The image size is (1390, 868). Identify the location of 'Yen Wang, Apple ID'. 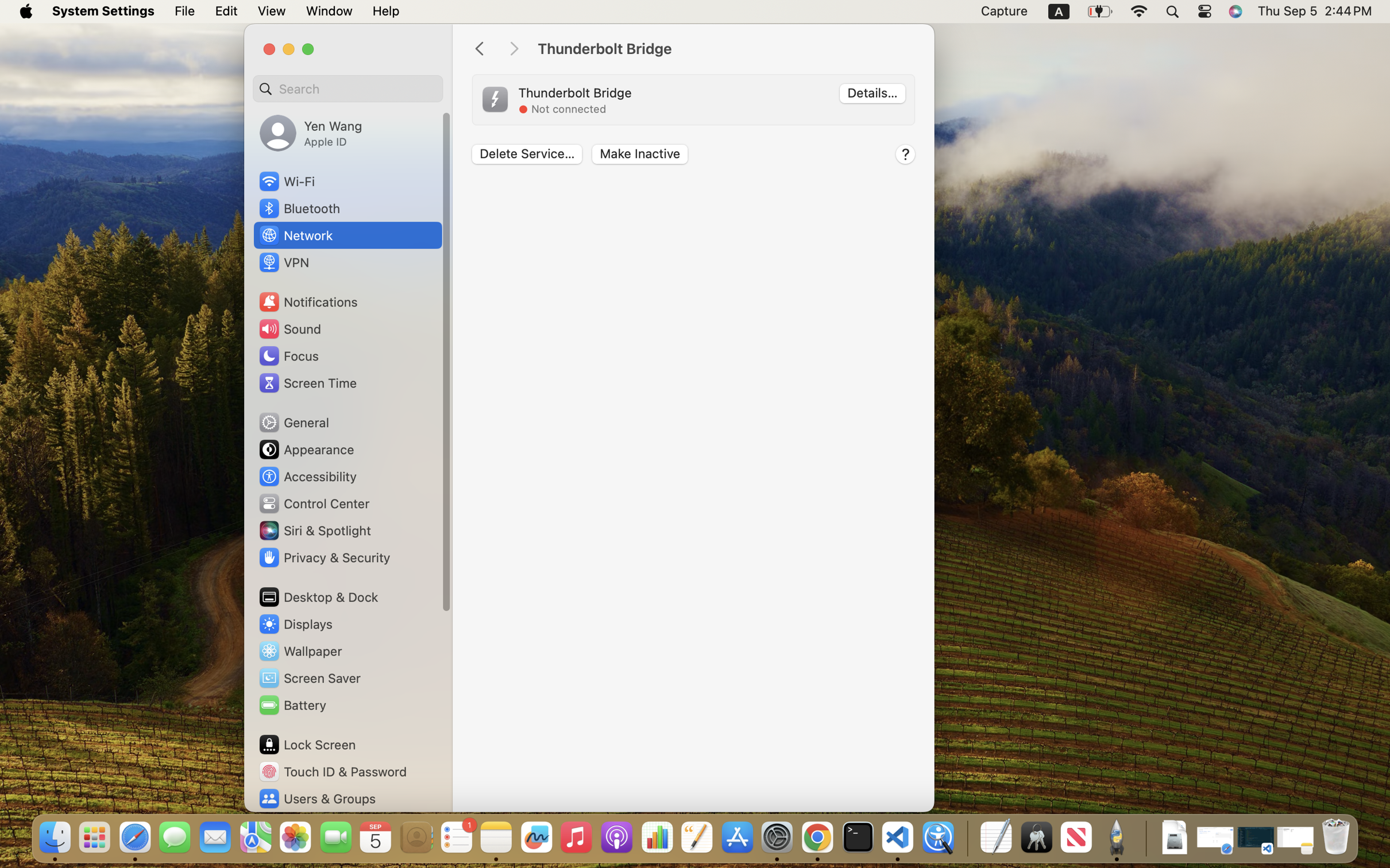
(310, 132).